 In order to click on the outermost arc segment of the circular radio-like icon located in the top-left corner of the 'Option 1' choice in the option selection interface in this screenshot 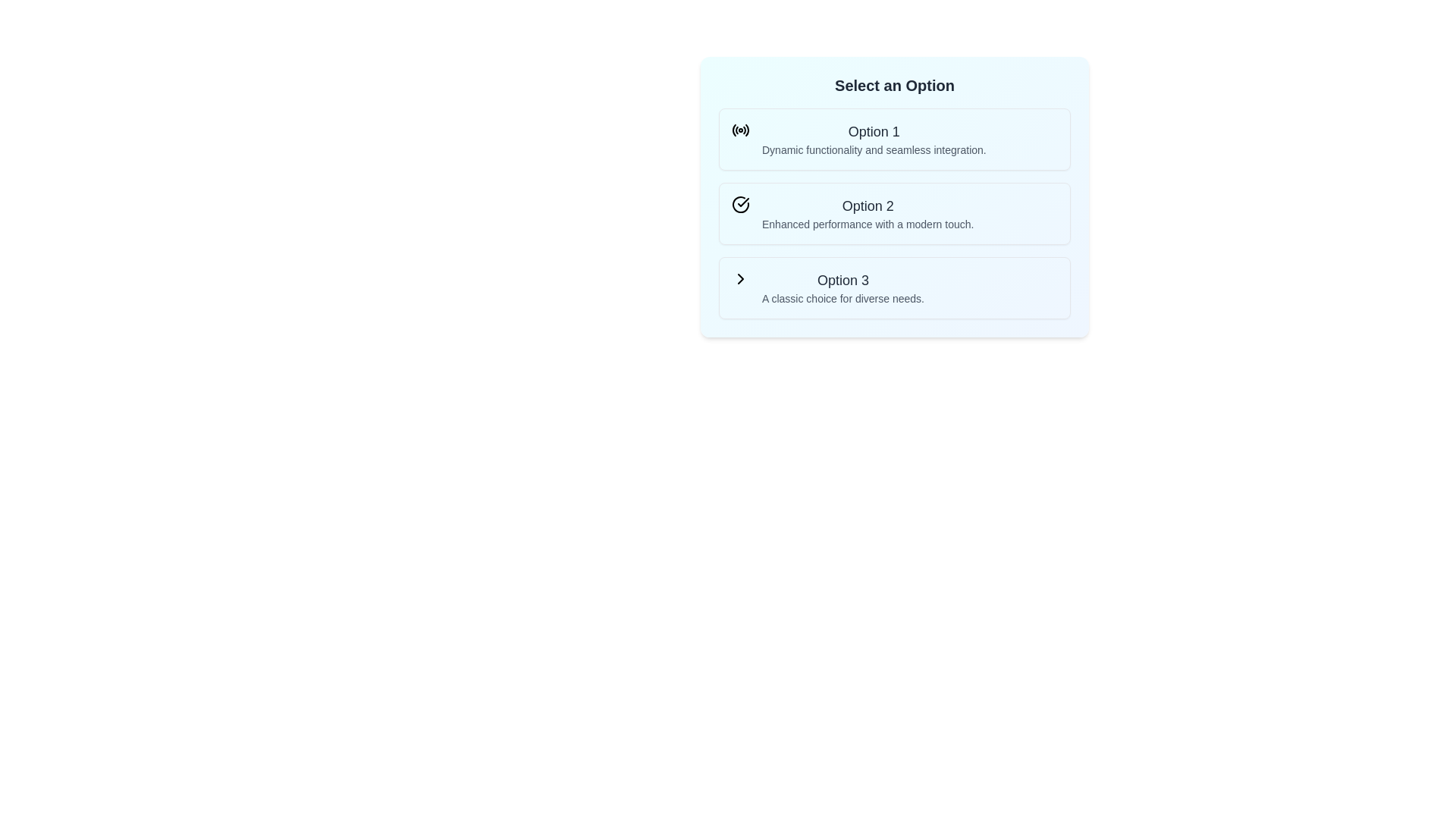, I will do `click(747, 129)`.